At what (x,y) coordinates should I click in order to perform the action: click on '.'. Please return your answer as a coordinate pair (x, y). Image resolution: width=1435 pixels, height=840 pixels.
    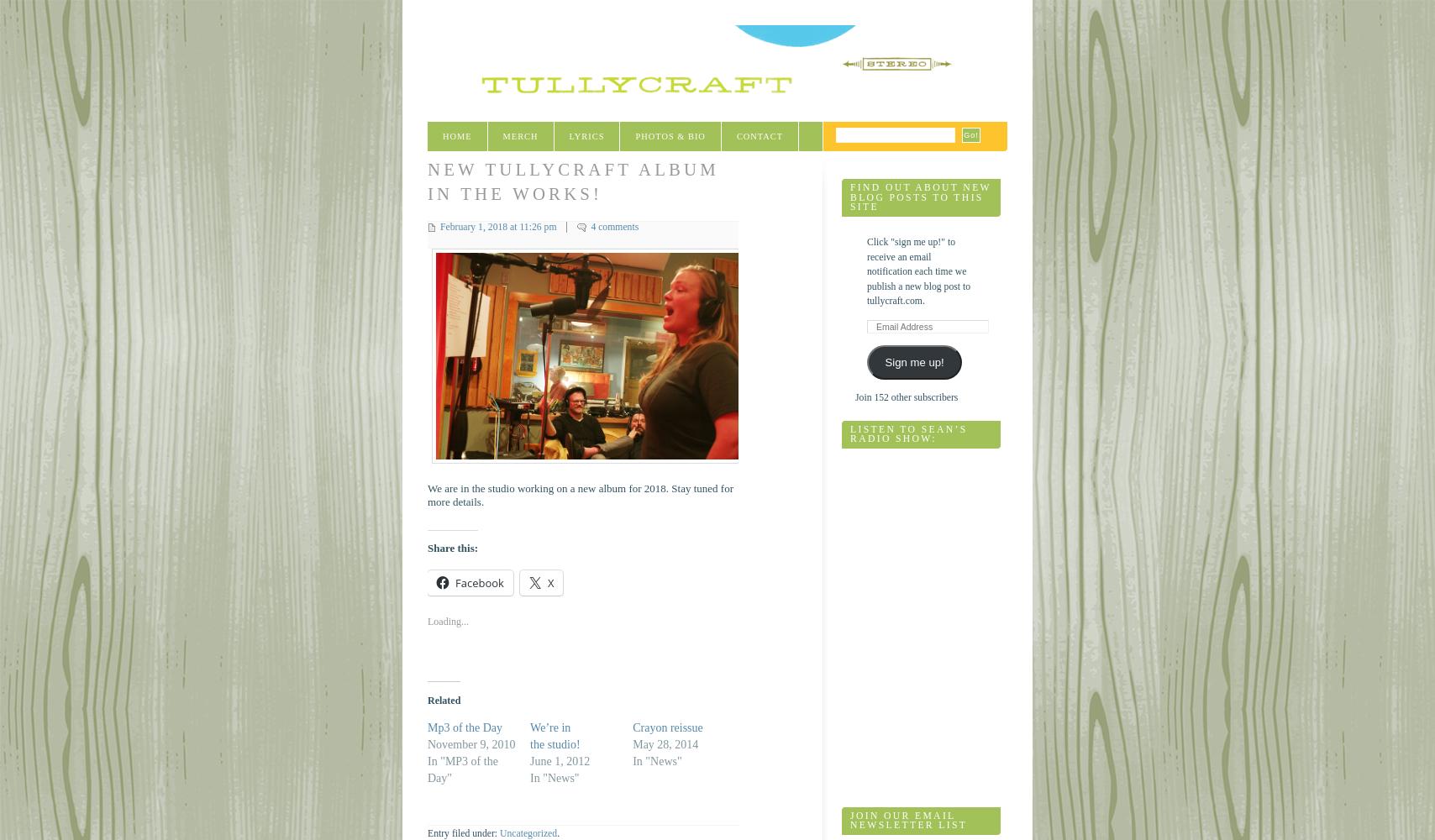
    Looking at the image, I should click on (558, 832).